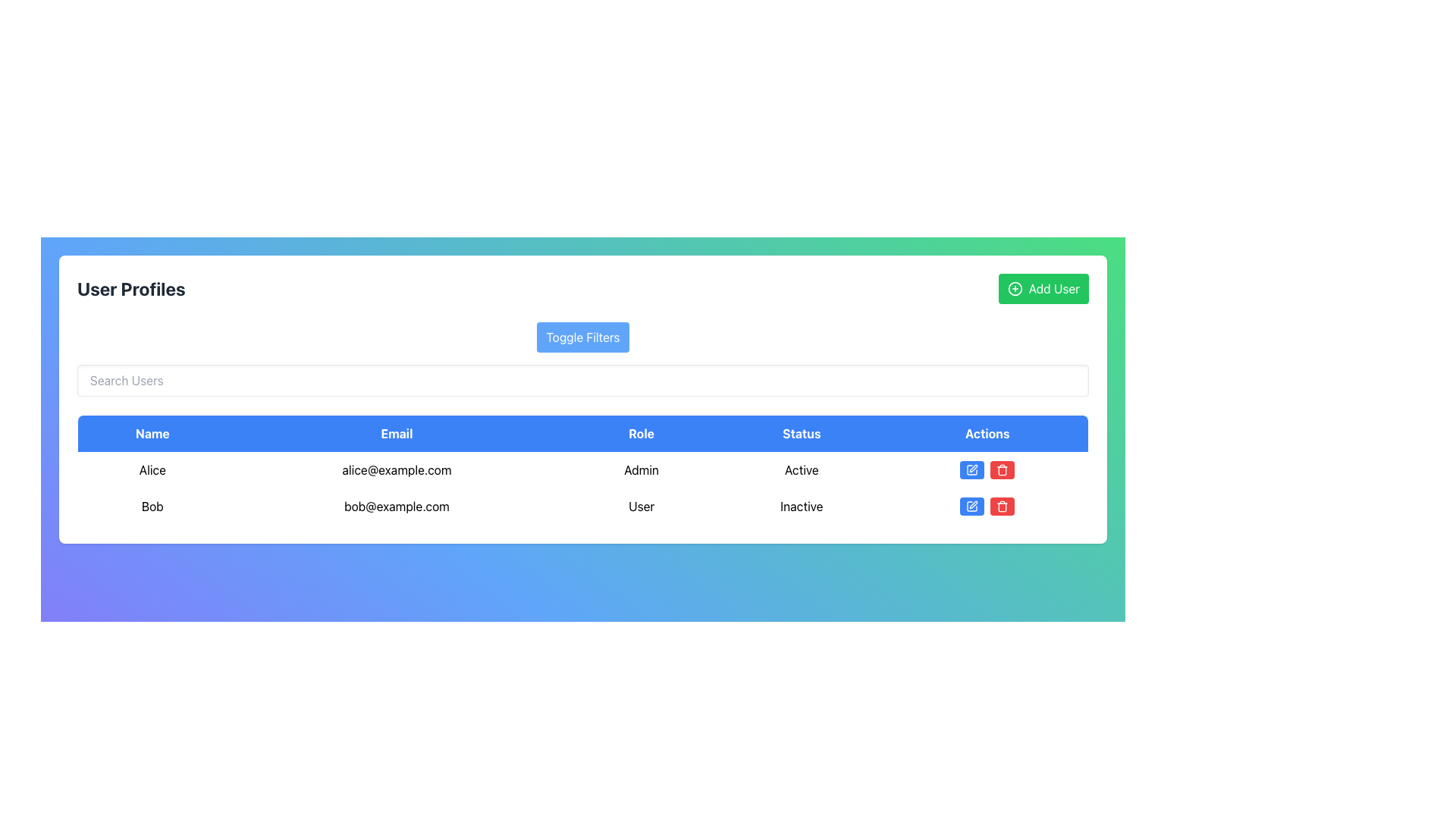 This screenshot has height=819, width=1456. I want to click on the edit icon button located in the second row of the table under the 'Actions' column, aligned with the user 'Bob', so click(972, 506).